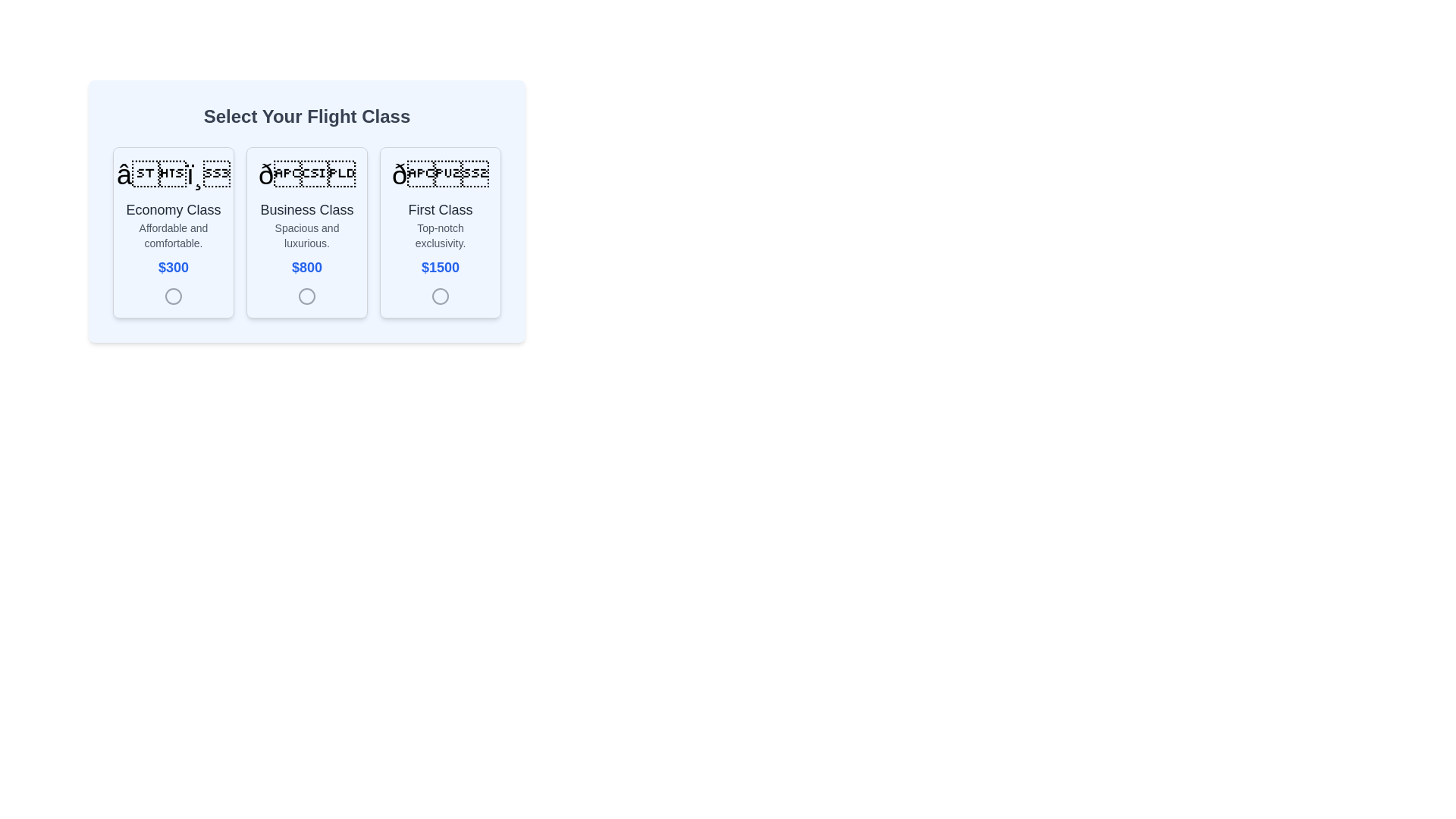  What do you see at coordinates (439, 296) in the screenshot?
I see `the circle-shaped radio button indicator located at the bottom-right of the 'First Class' card` at bounding box center [439, 296].